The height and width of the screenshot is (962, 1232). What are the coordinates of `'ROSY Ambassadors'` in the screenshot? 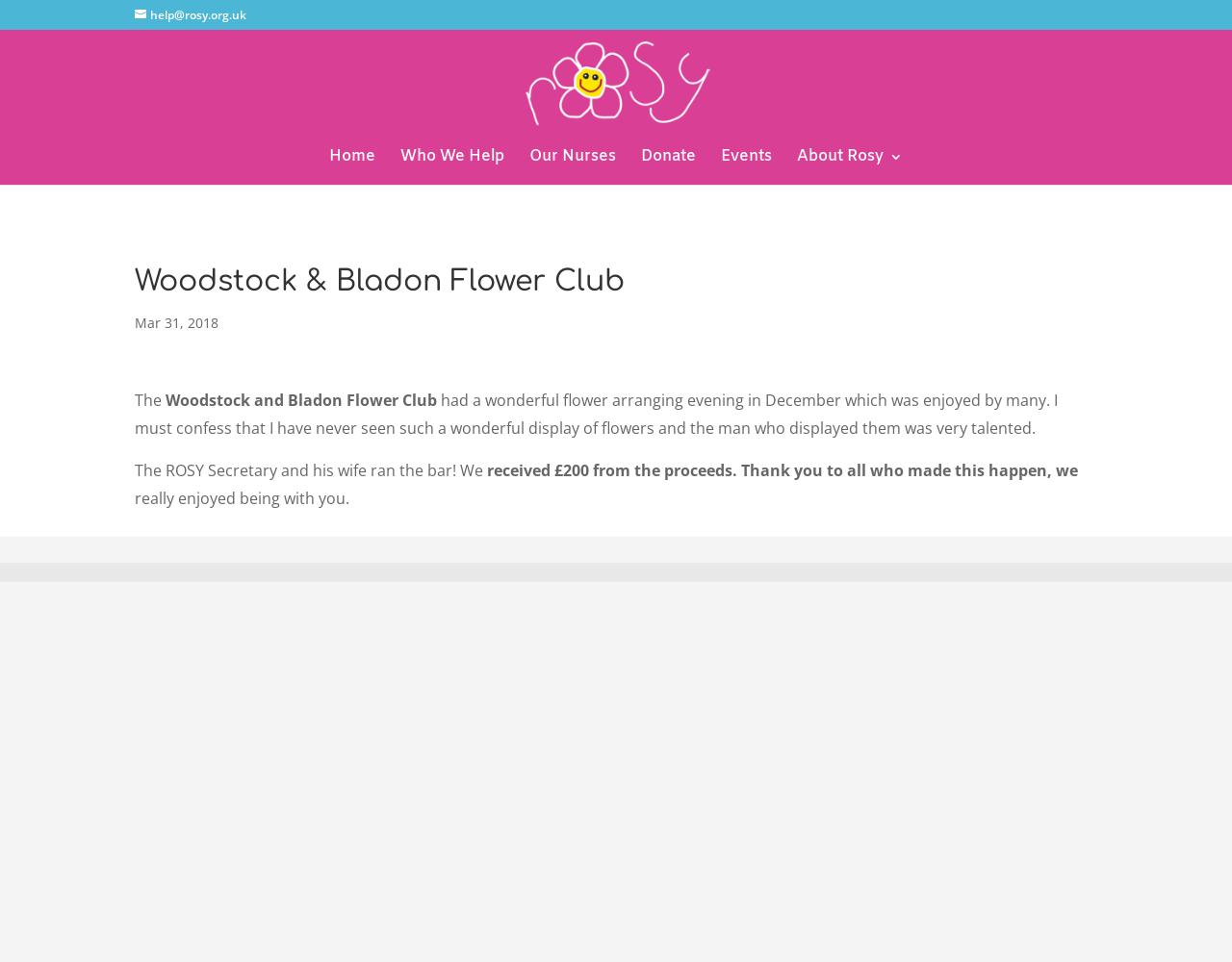 It's located at (909, 443).